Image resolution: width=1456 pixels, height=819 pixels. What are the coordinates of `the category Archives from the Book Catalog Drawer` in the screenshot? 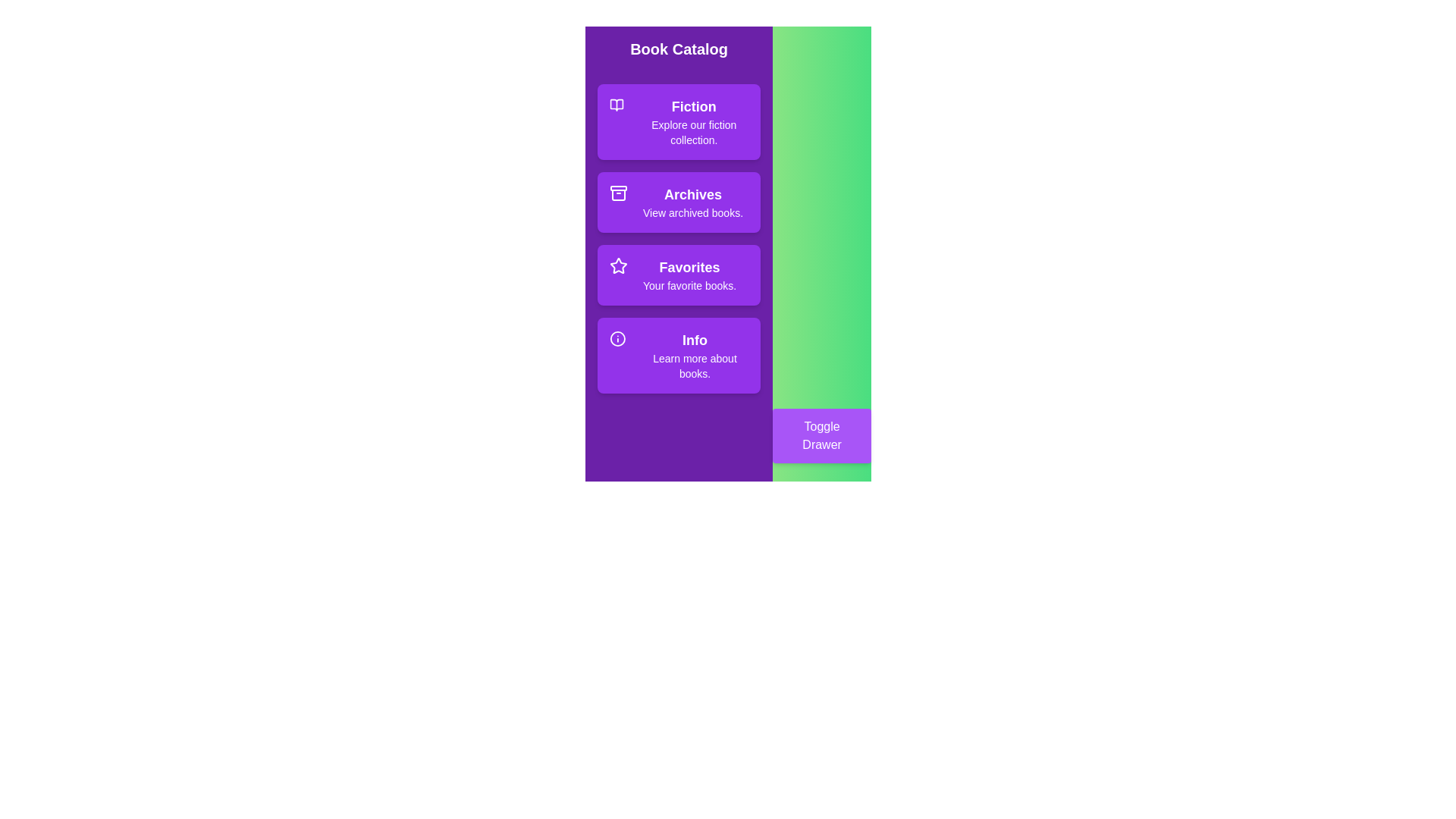 It's located at (678, 201).